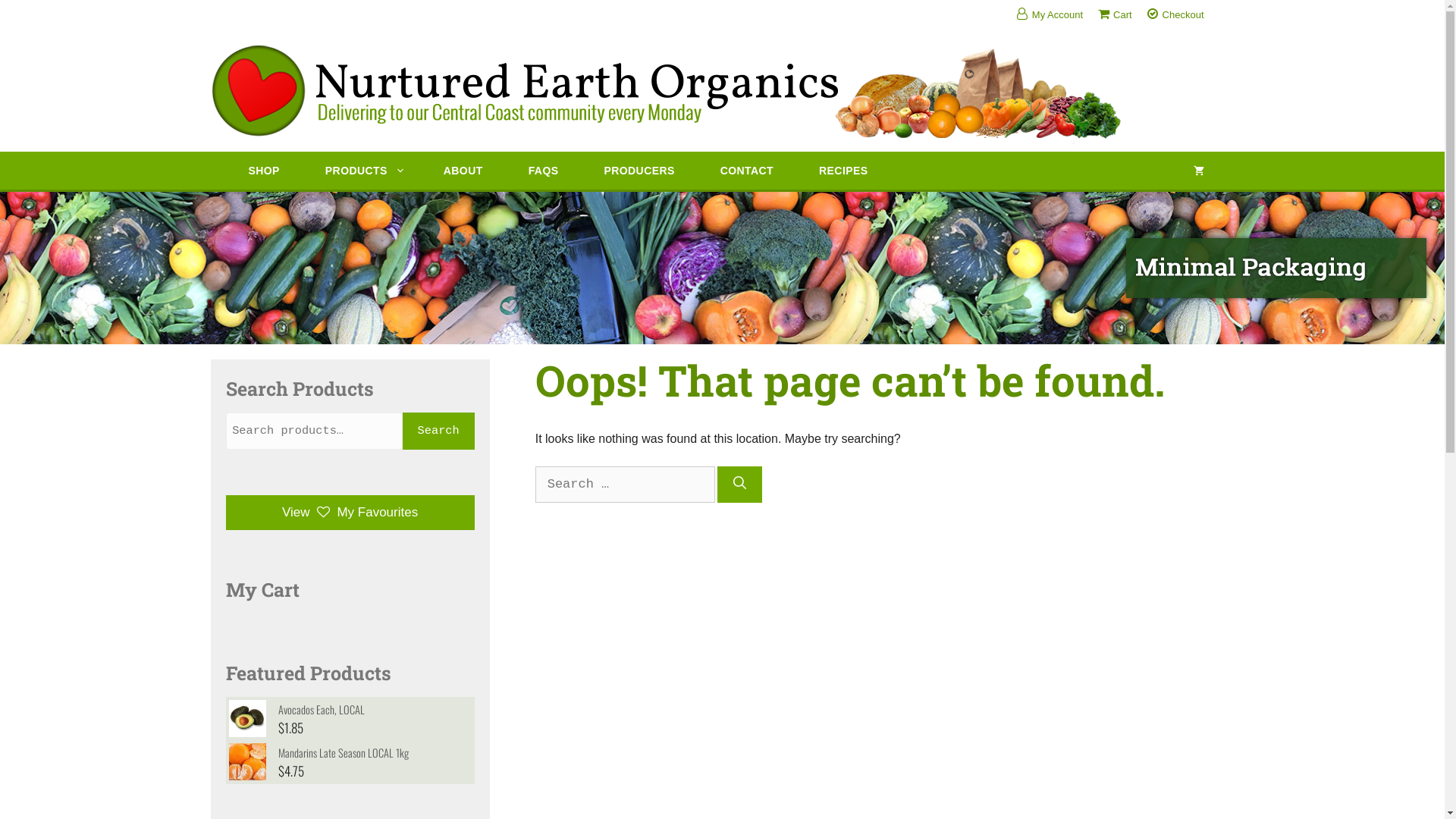 Image resolution: width=1456 pixels, height=819 pixels. I want to click on 'View your shopping cart', so click(1197, 170).